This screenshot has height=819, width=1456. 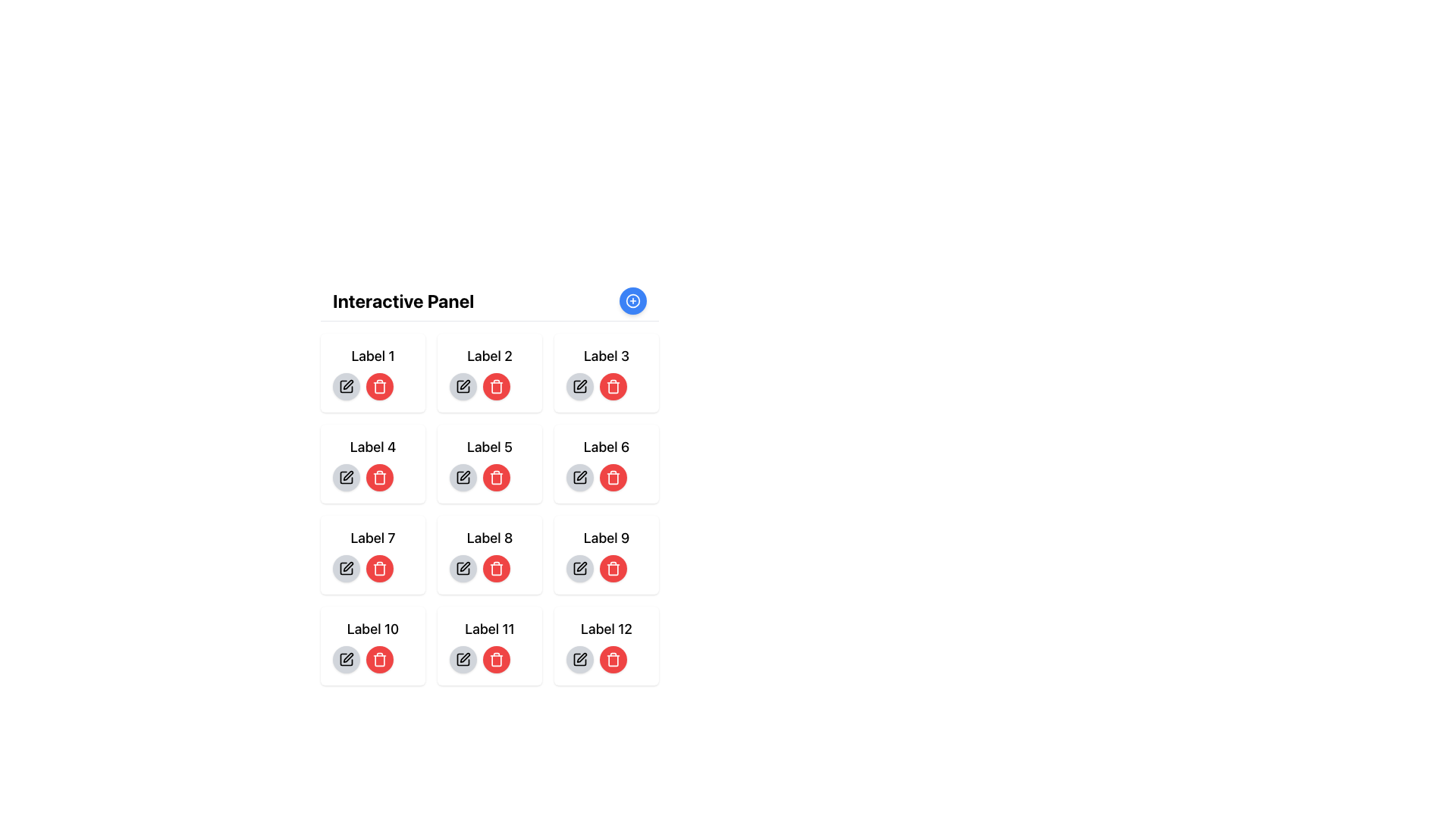 What do you see at coordinates (379, 568) in the screenshot?
I see `the circular red button with a white trash bin icon in the Interactive Panel` at bounding box center [379, 568].